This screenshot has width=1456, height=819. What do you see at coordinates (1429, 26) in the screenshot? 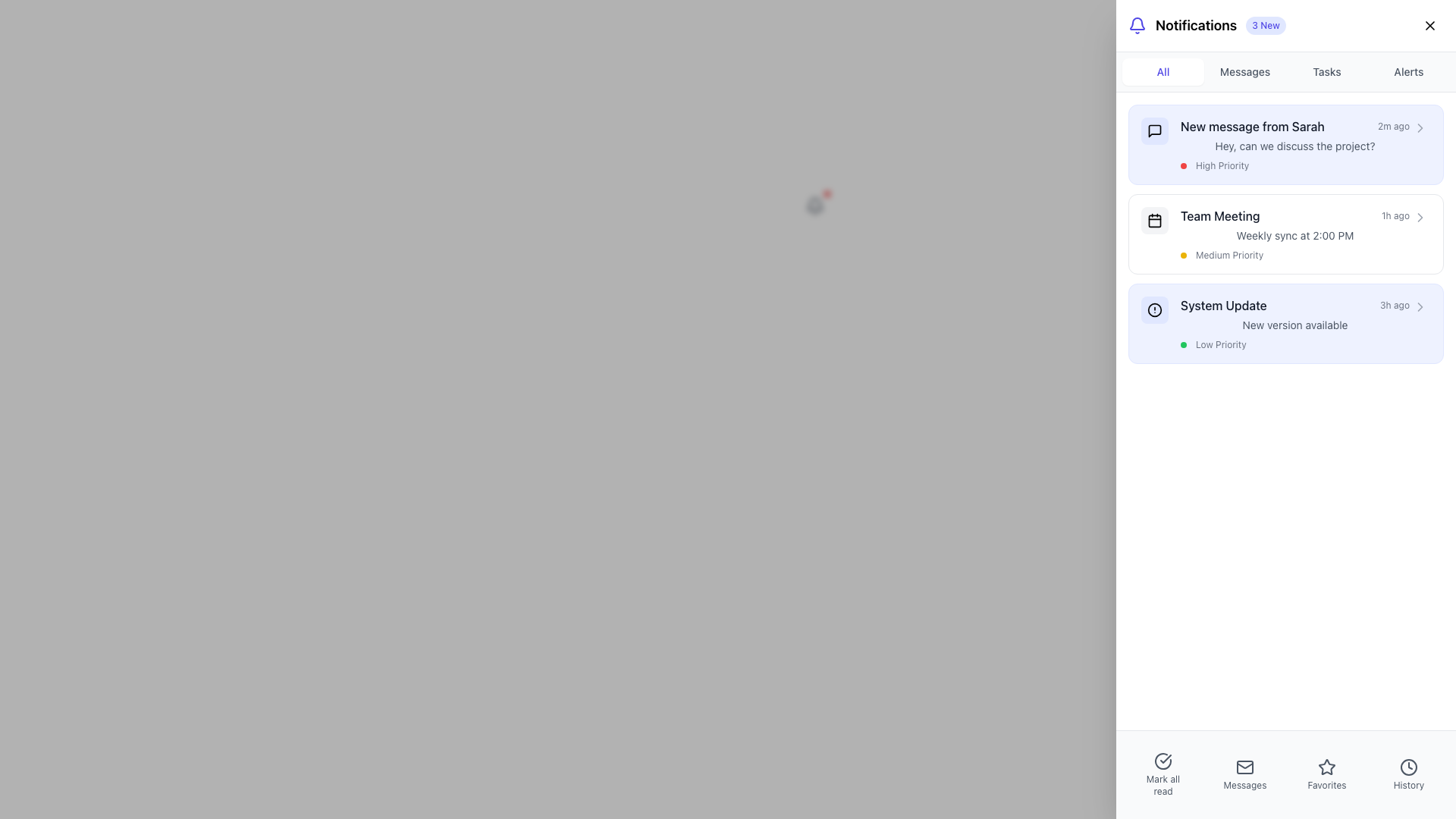
I see `the close button located at the far right end of the header bar in the 'Notifications' panel` at bounding box center [1429, 26].